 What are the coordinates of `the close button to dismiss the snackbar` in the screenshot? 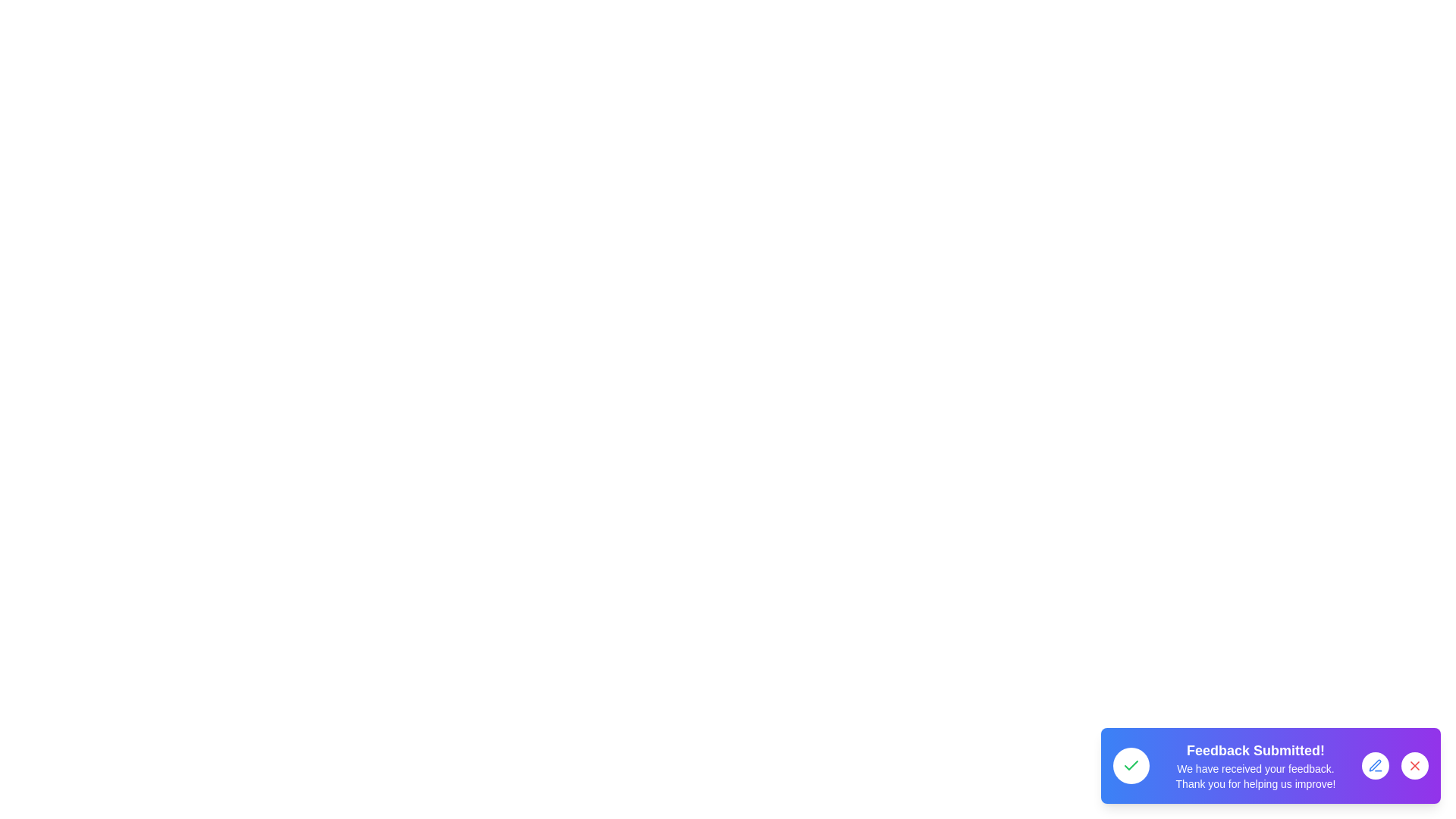 It's located at (1414, 766).